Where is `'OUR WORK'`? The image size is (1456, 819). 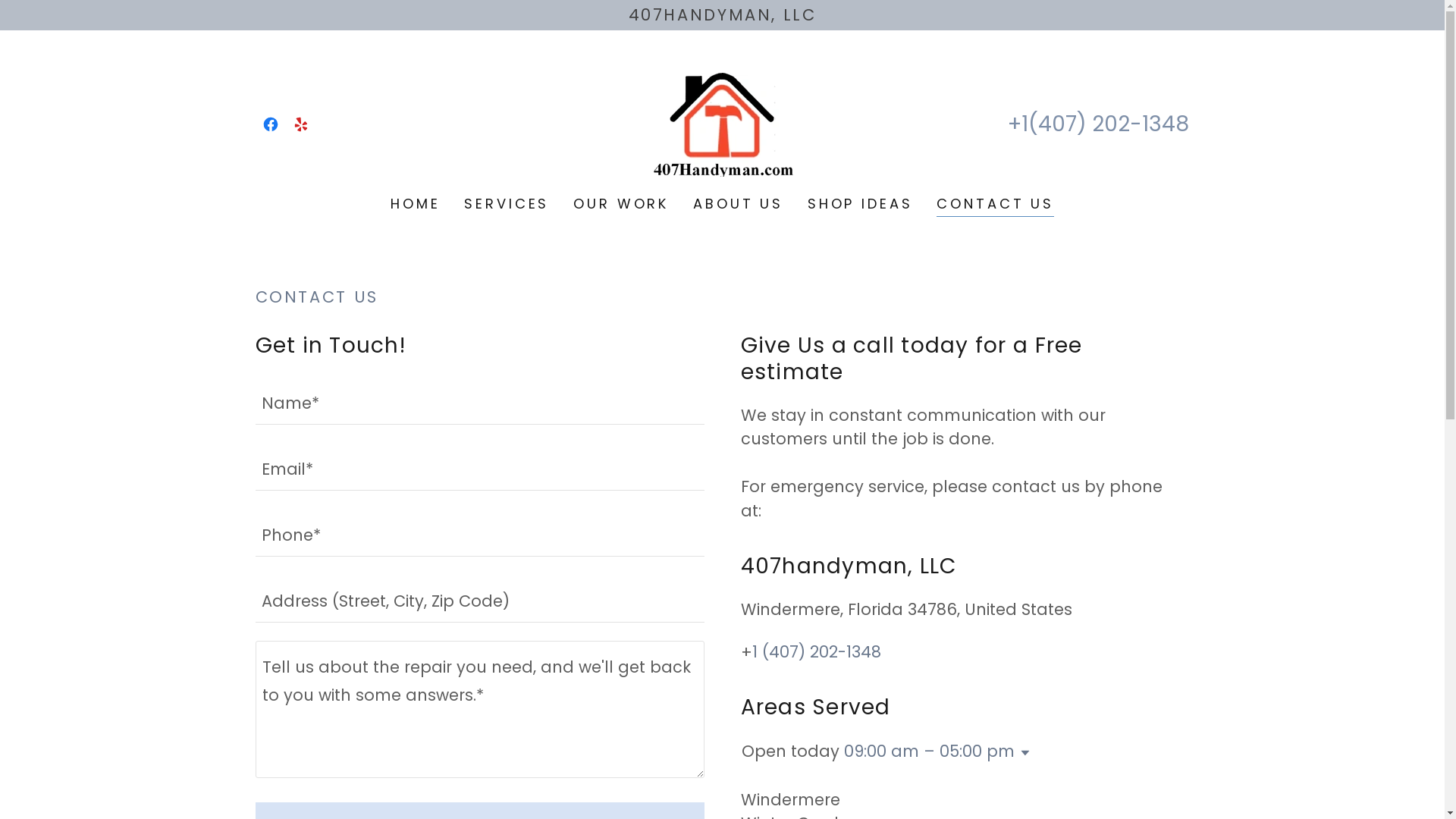 'OUR WORK' is located at coordinates (621, 202).